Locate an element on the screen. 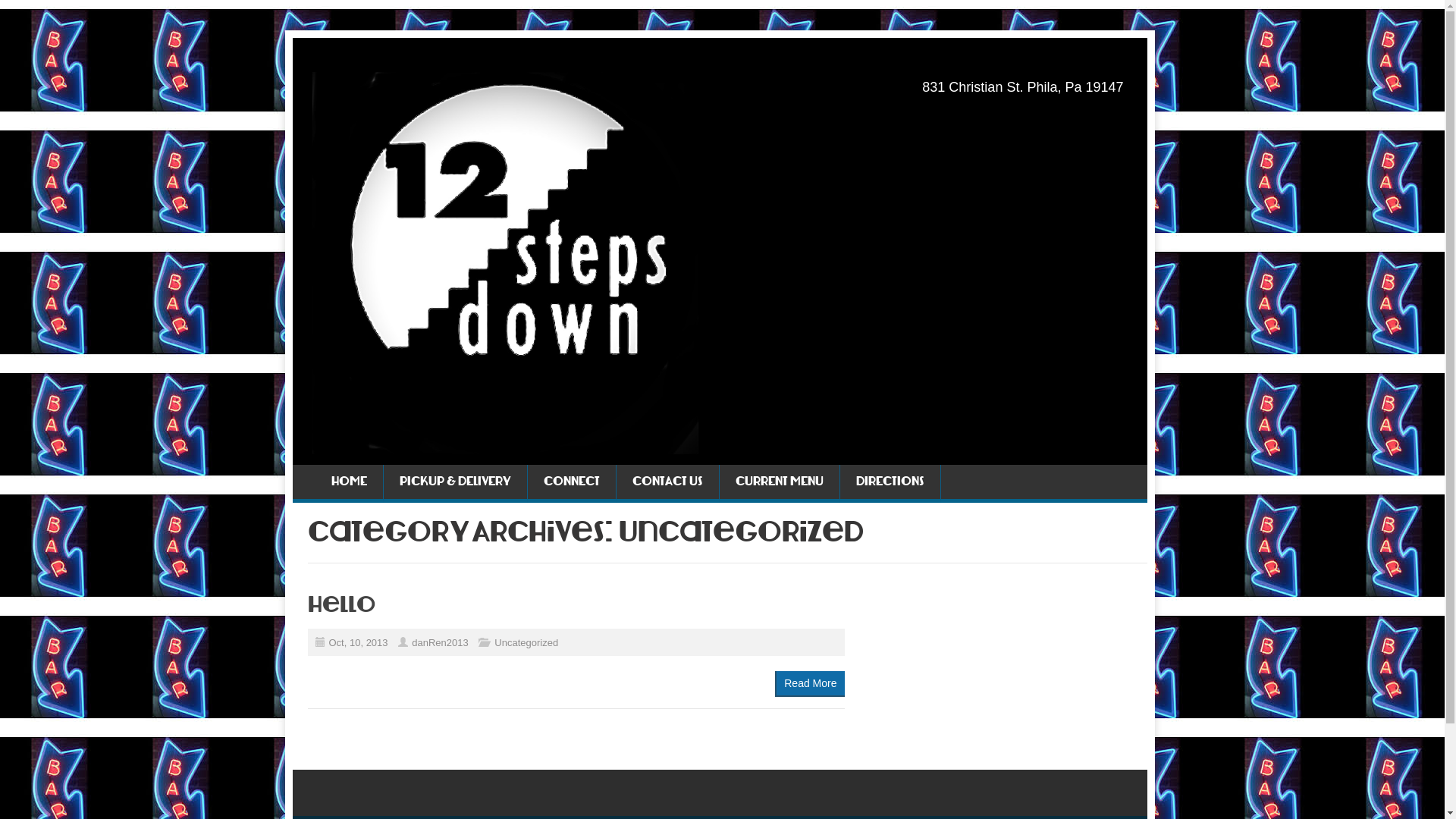  'CONTACT US' is located at coordinates (667, 482).